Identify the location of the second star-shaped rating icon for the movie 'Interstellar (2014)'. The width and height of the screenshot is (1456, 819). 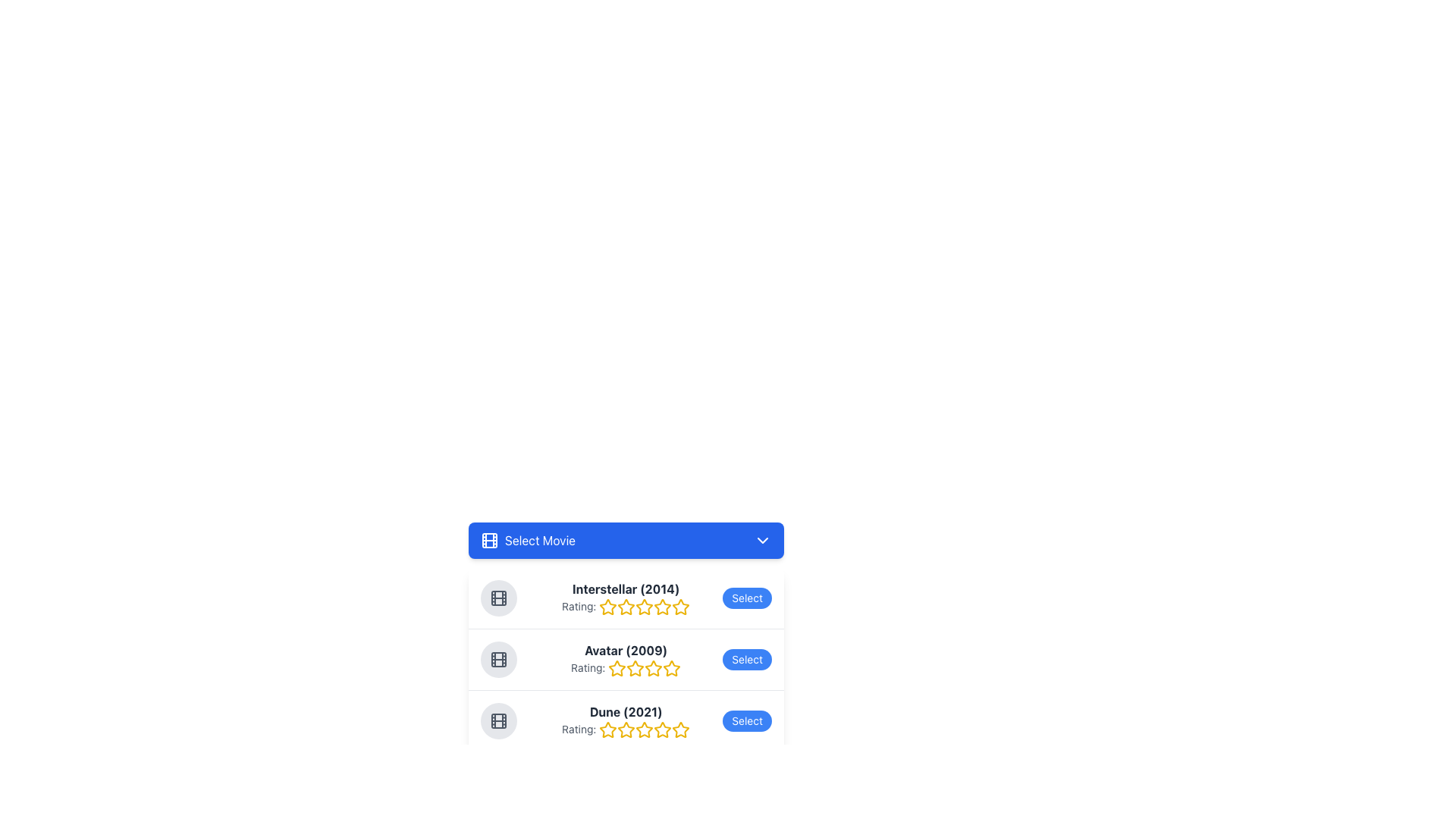
(645, 606).